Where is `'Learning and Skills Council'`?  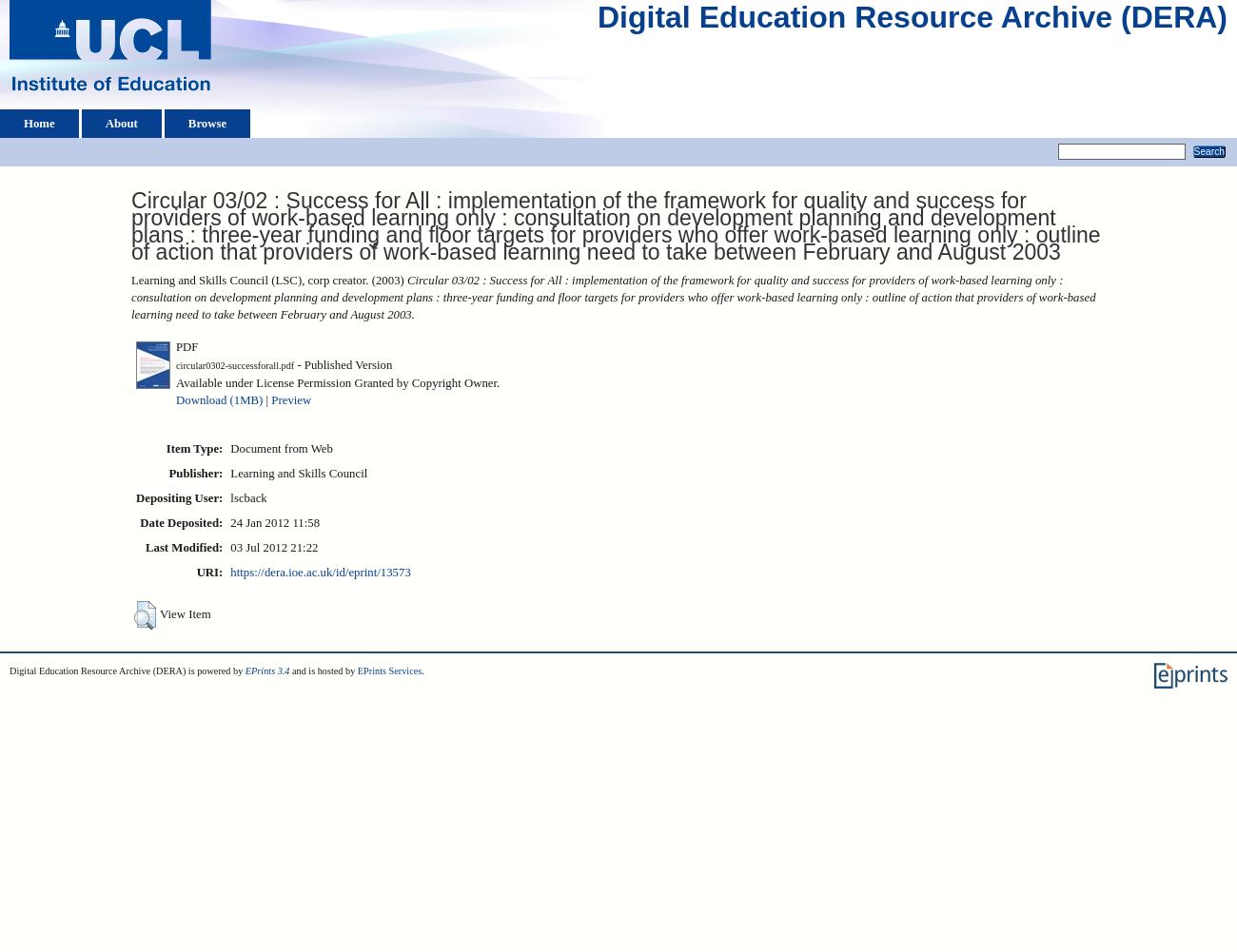 'Learning and Skills Council' is located at coordinates (298, 473).